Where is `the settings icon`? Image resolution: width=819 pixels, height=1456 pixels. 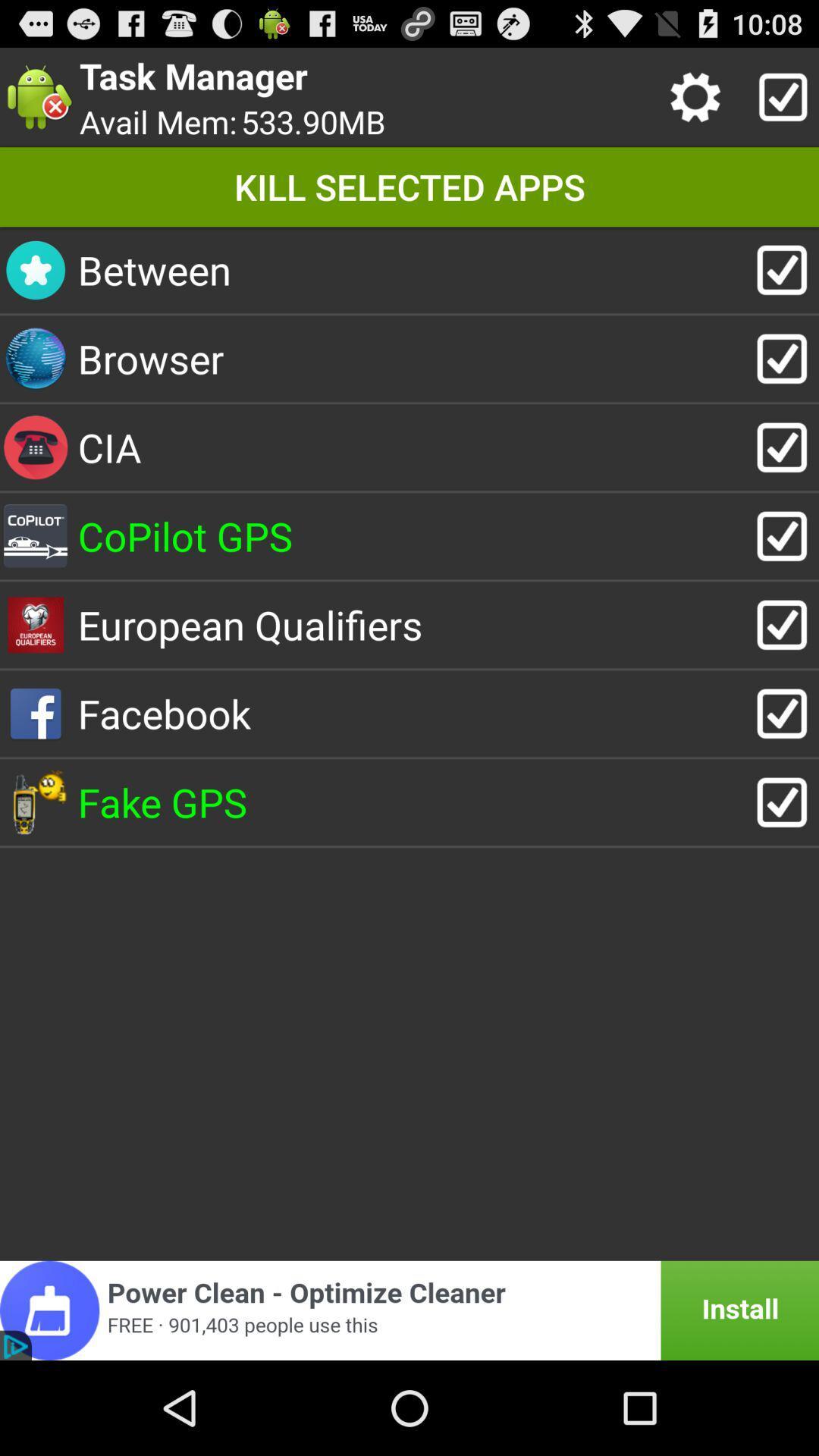 the settings icon is located at coordinates (699, 103).